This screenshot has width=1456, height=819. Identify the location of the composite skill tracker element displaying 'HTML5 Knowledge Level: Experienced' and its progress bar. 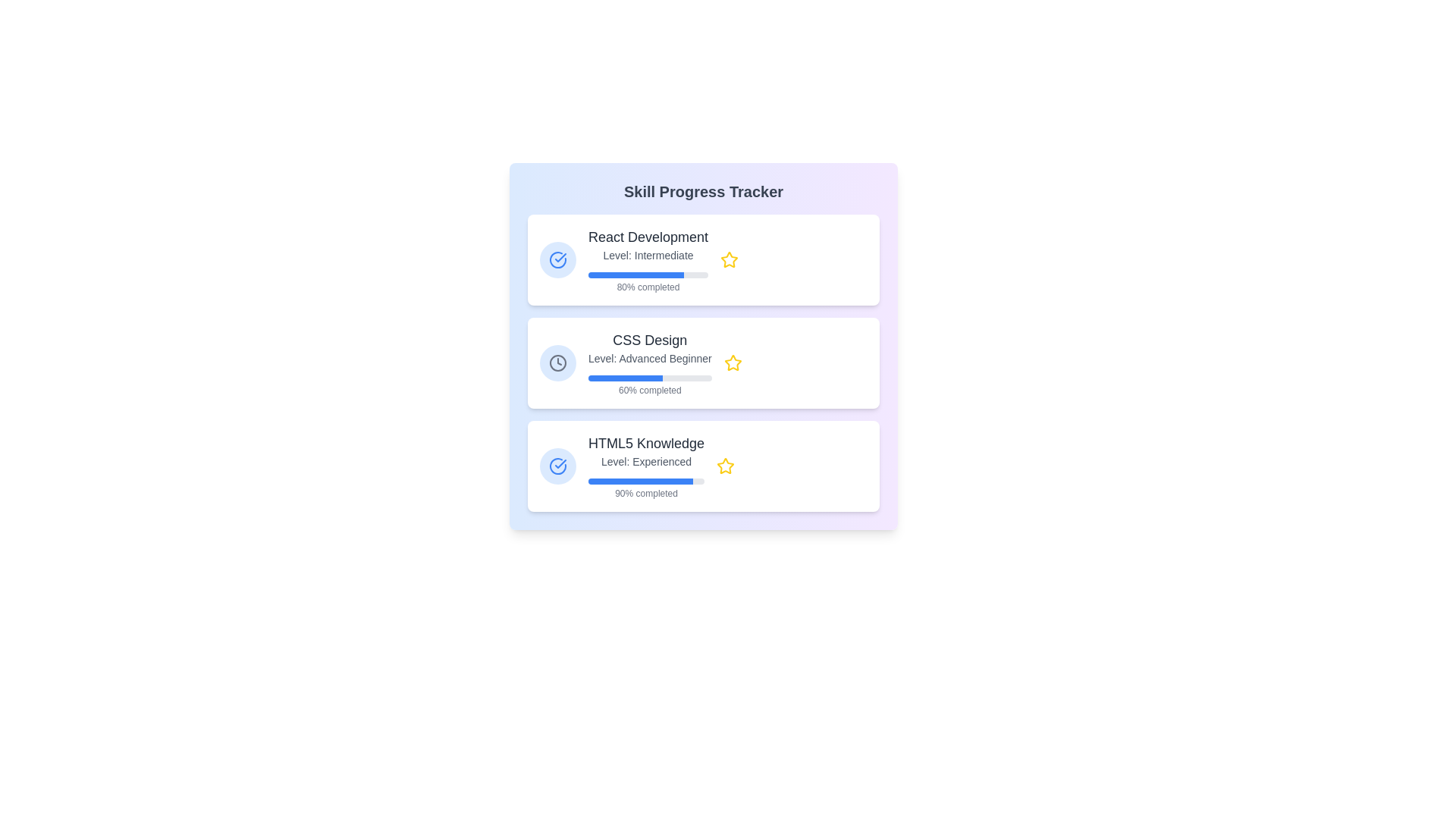
(646, 465).